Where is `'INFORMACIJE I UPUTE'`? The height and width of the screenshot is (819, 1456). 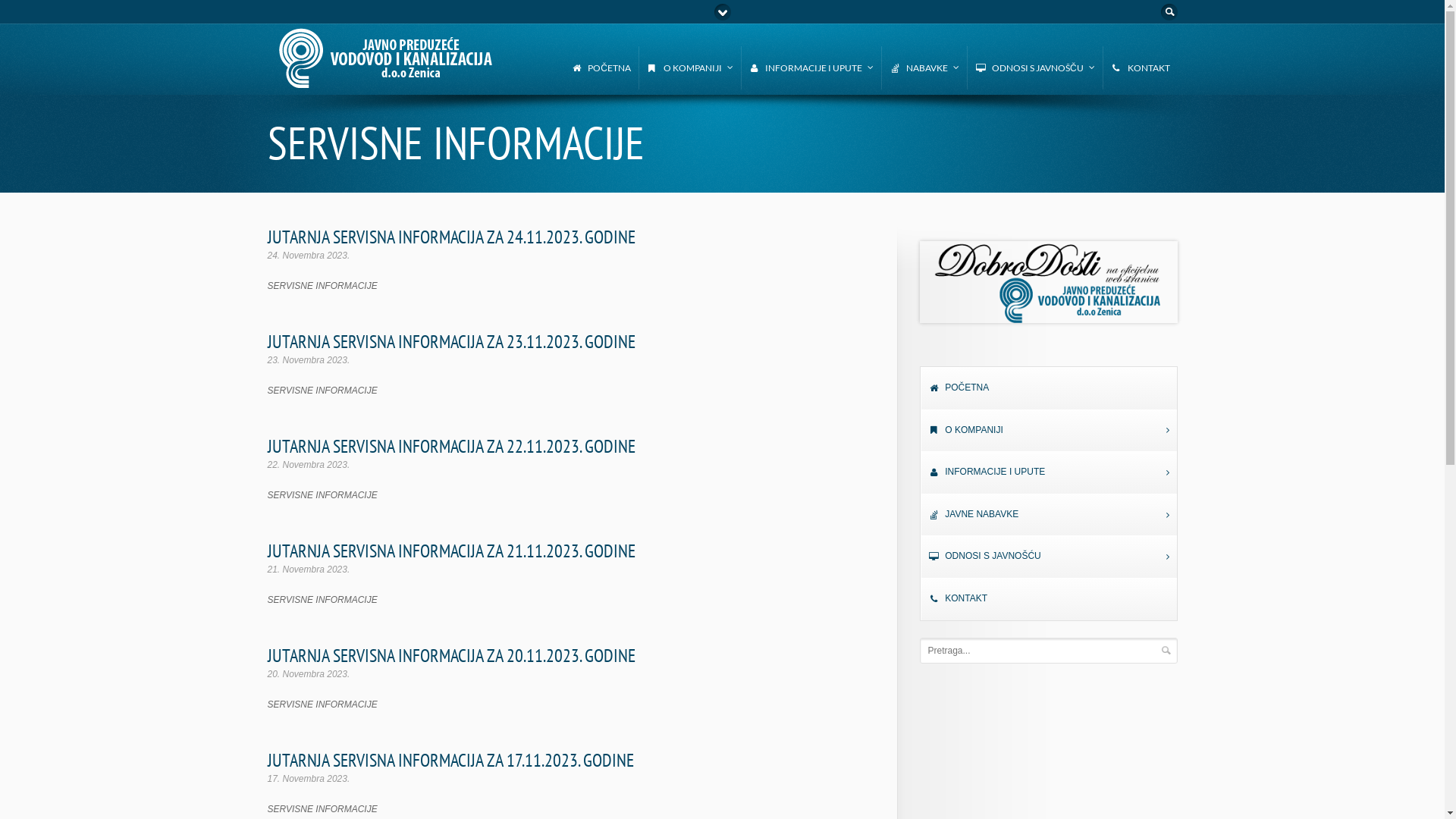 'INFORMACIJE I UPUTE' is located at coordinates (1047, 472).